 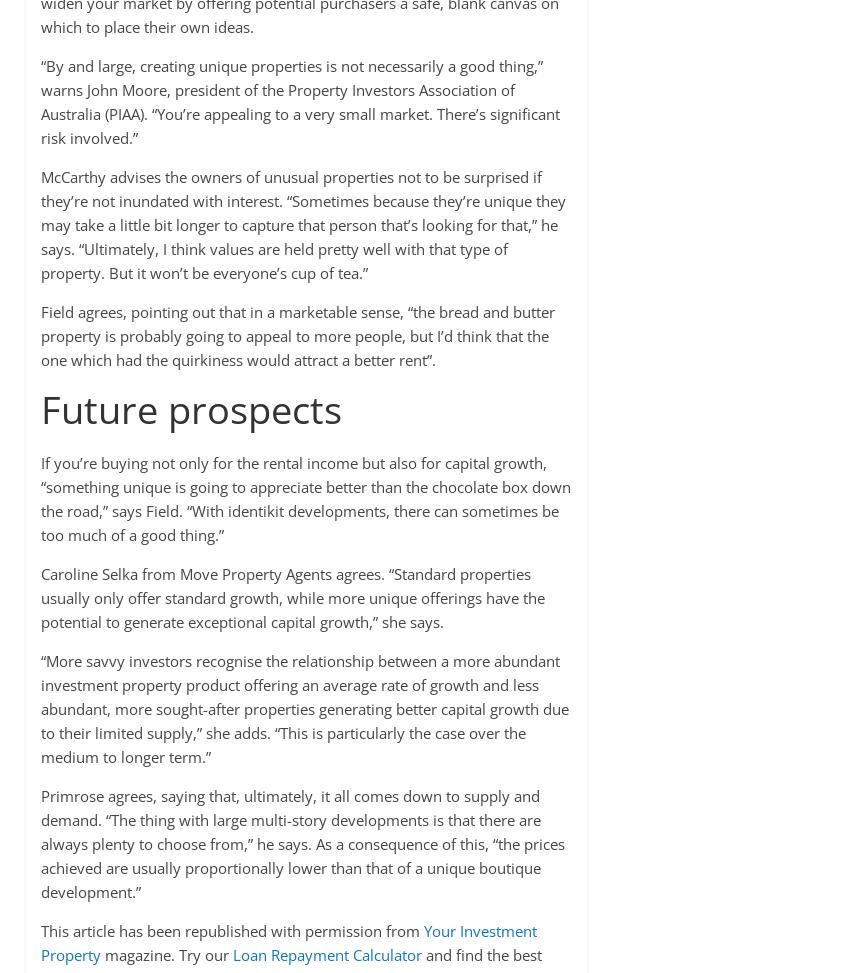 What do you see at coordinates (287, 942) in the screenshot?
I see `'Your Investment Property'` at bounding box center [287, 942].